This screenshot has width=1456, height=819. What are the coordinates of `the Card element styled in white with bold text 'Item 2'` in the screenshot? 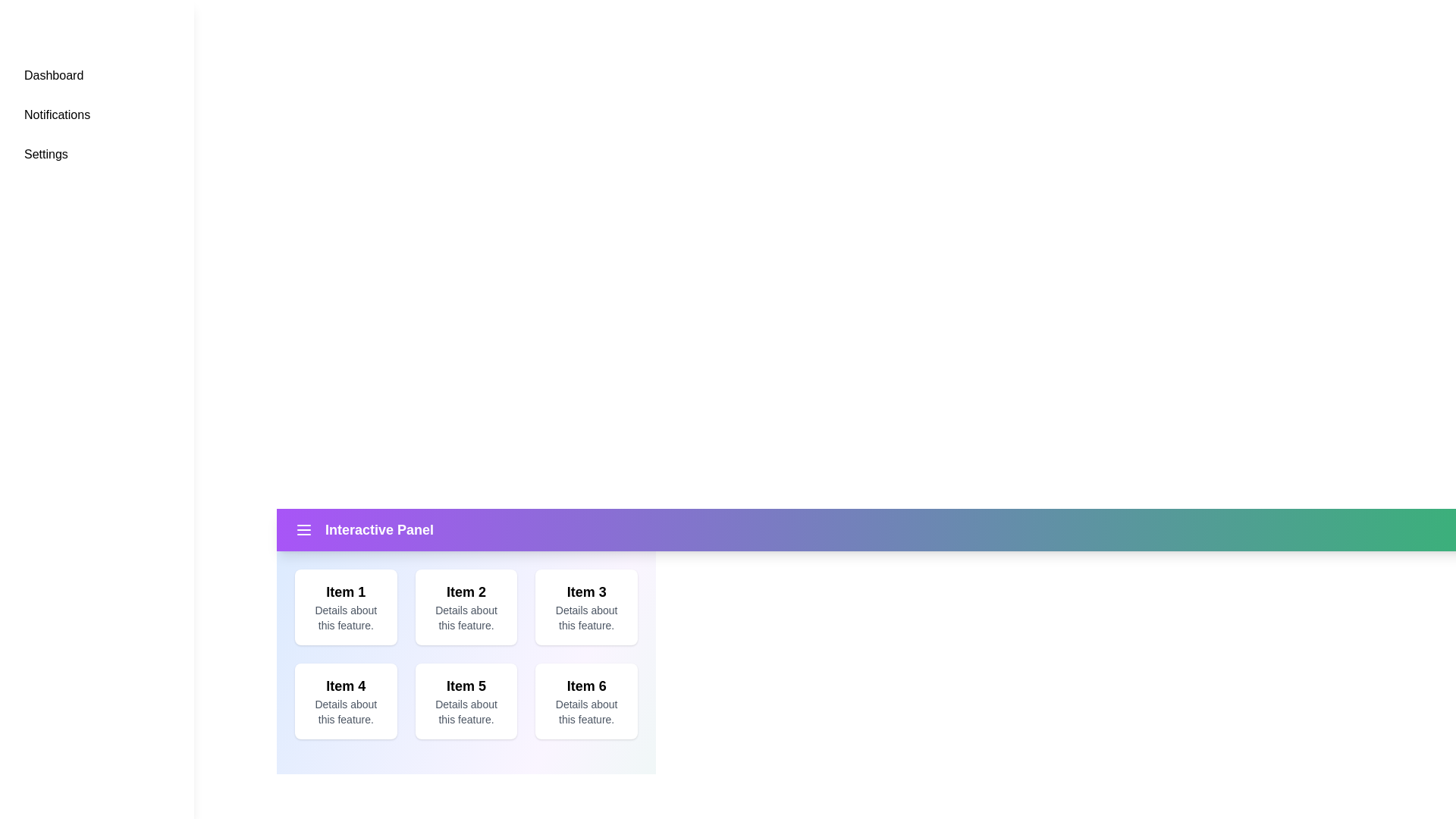 It's located at (465, 632).